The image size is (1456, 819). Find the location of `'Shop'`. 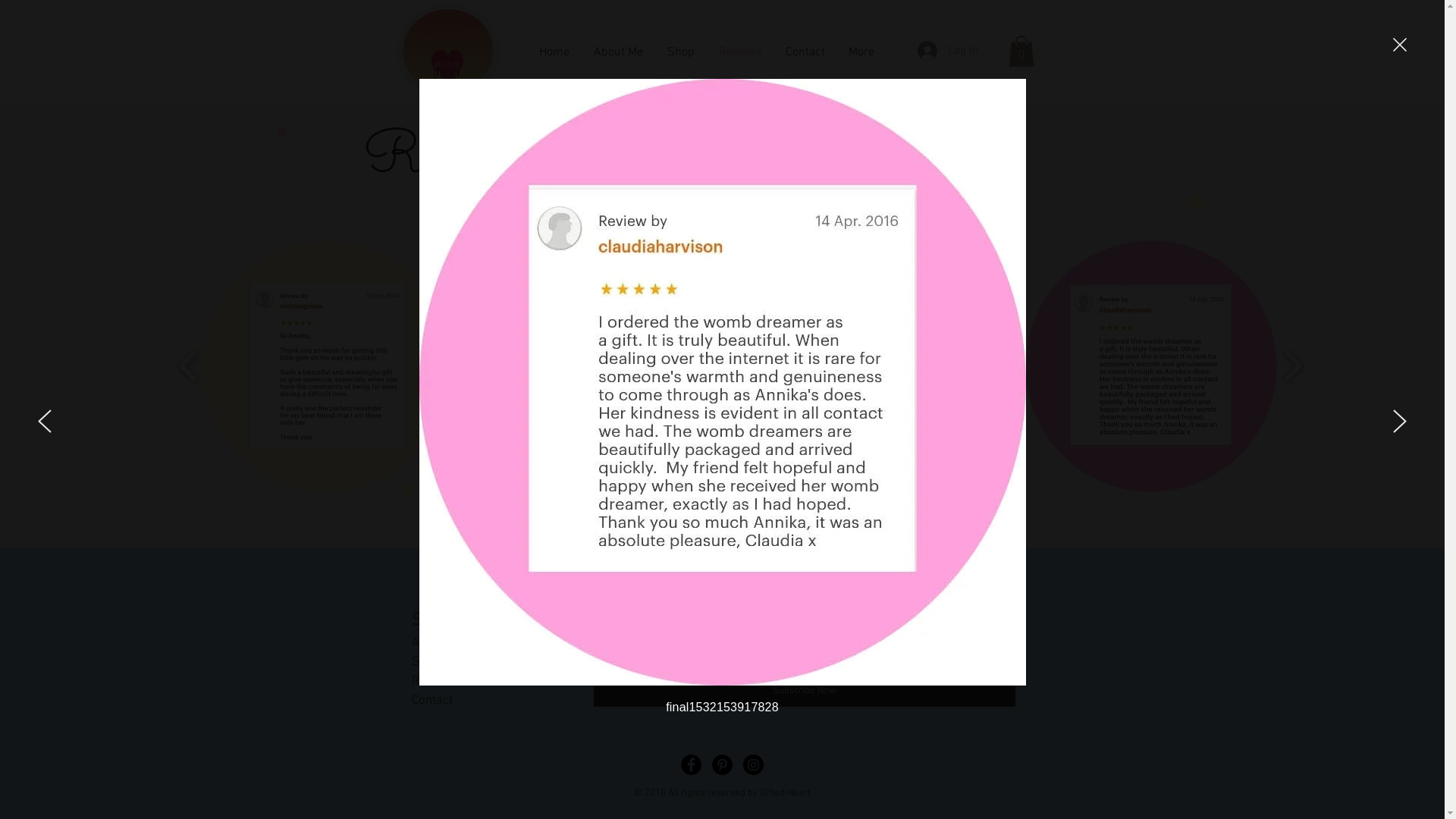

'Shop' is located at coordinates (655, 50).